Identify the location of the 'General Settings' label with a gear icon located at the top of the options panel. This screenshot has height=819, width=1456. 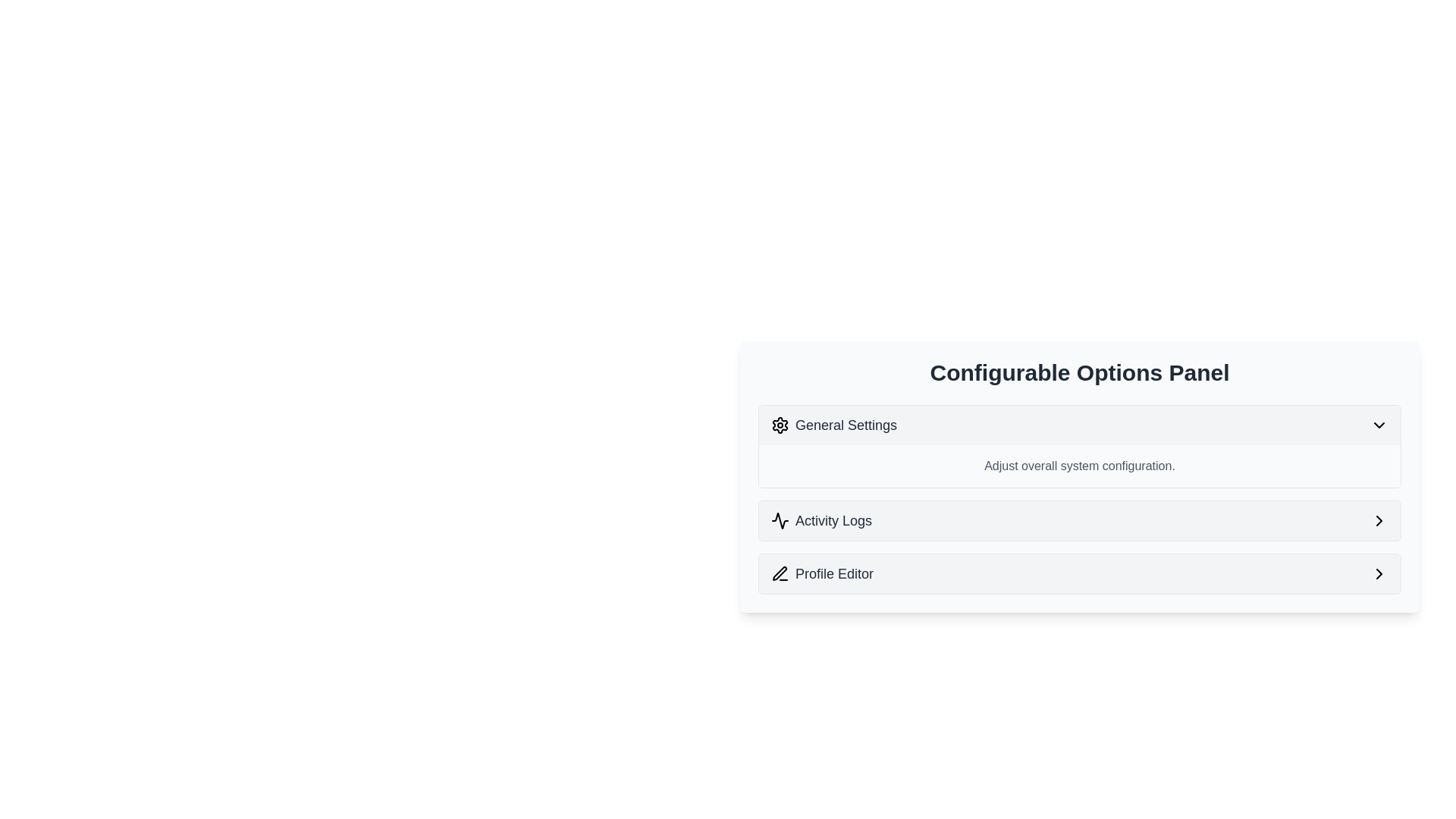
(833, 425).